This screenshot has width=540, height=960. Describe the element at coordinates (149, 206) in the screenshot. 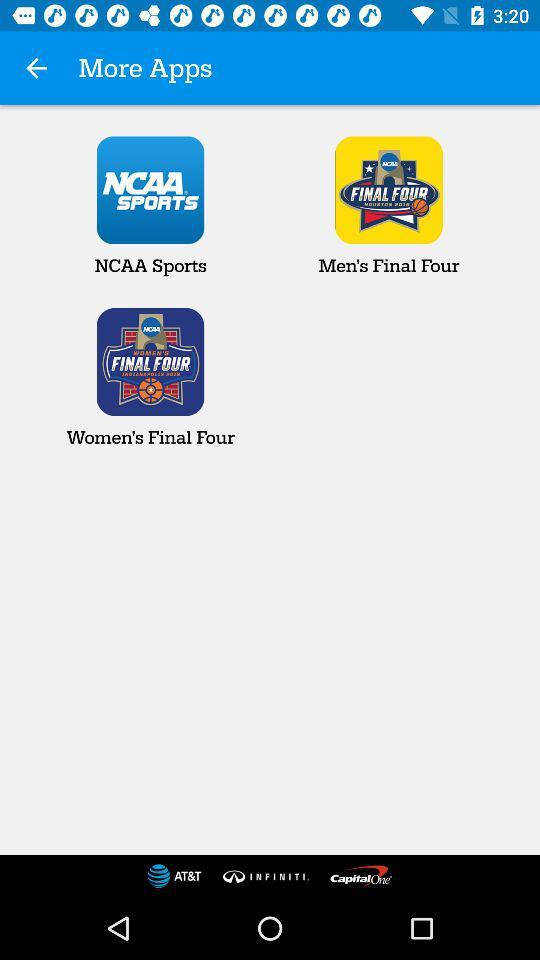

I see `the ncaa sports icon` at that location.